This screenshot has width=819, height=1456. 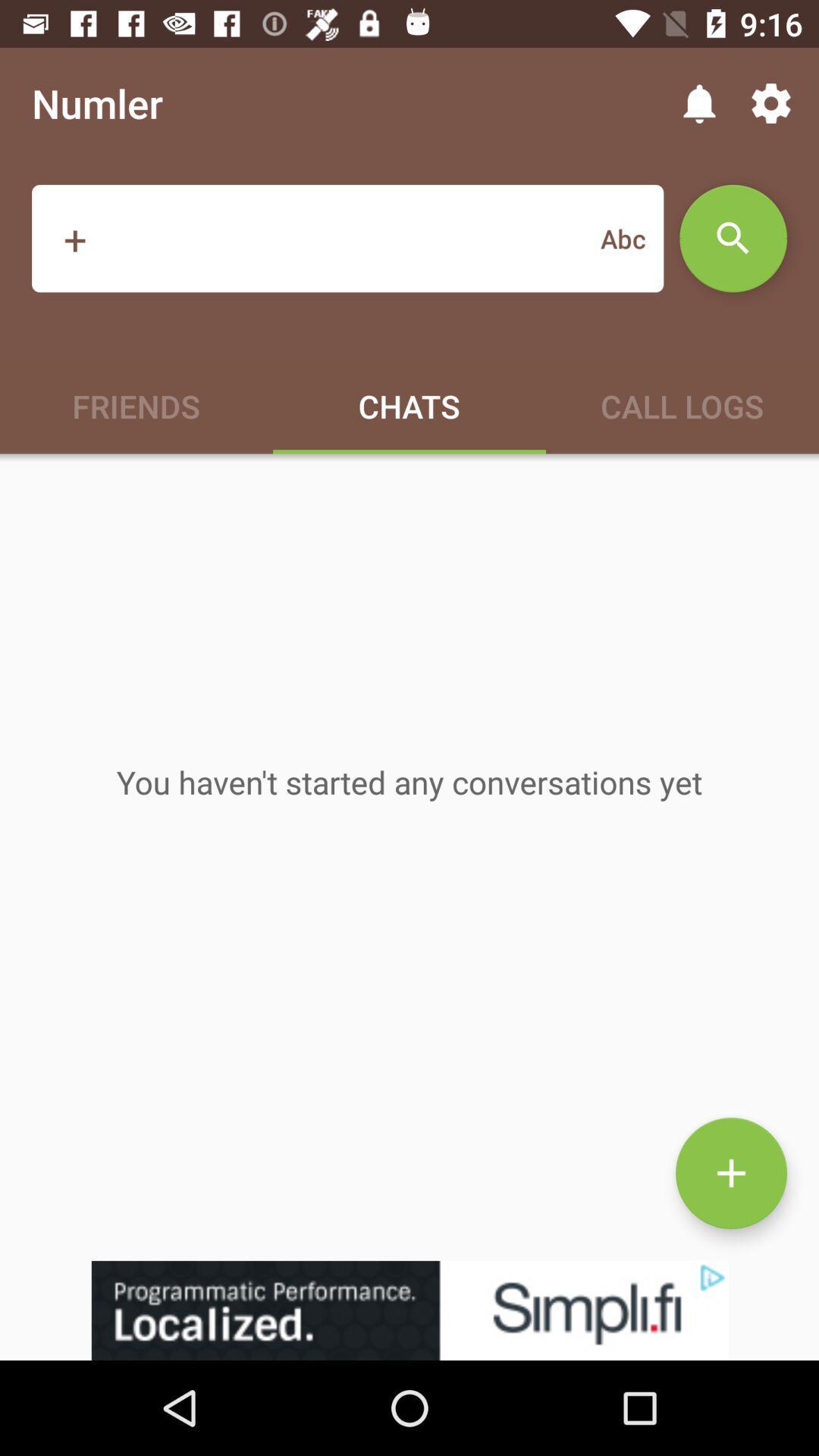 What do you see at coordinates (730, 1172) in the screenshot?
I see `the add icon` at bounding box center [730, 1172].